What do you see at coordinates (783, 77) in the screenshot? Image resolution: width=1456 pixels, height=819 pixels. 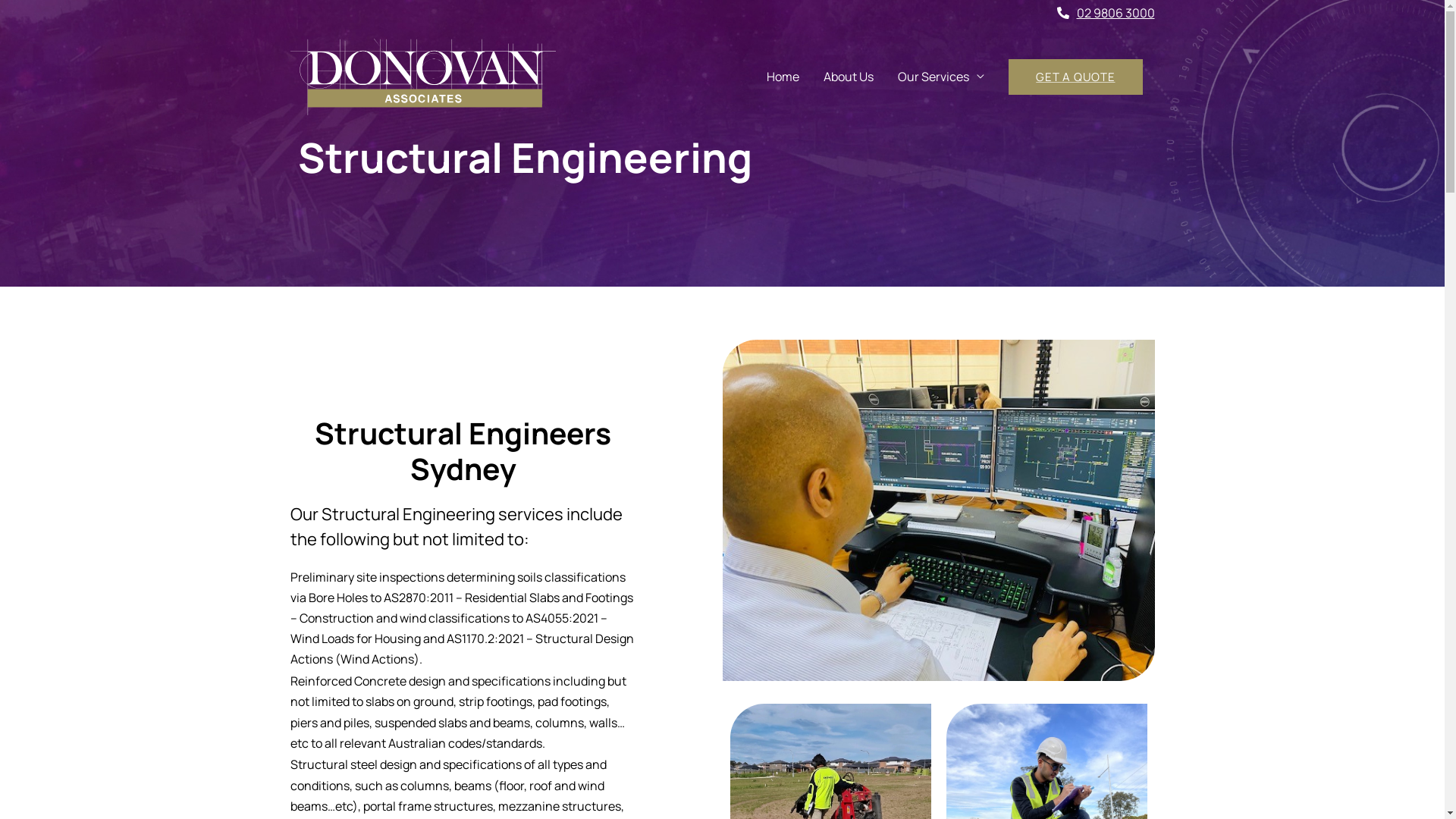 I see `'Home'` at bounding box center [783, 77].